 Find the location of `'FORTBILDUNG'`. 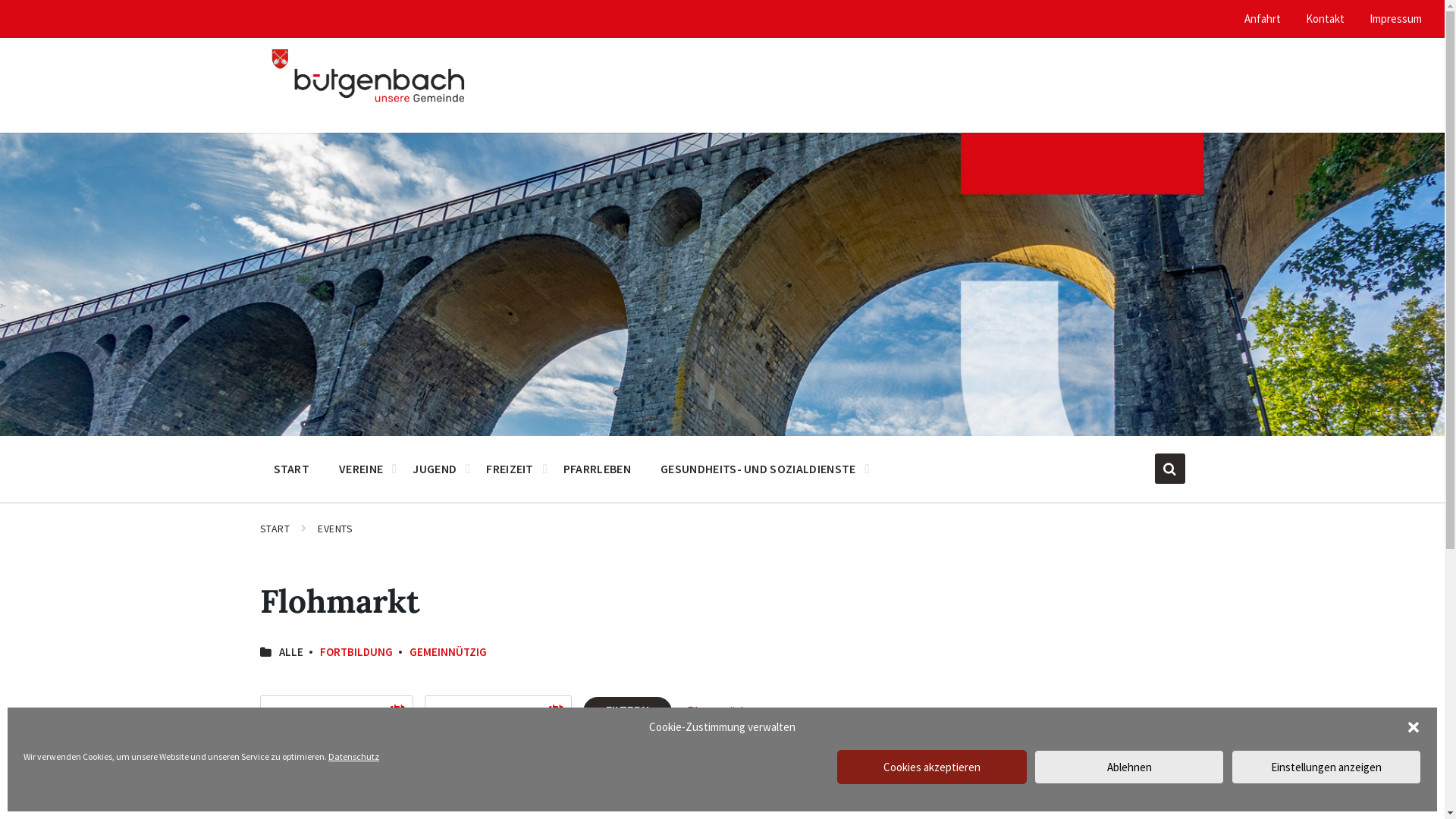

'FORTBILDUNG' is located at coordinates (356, 651).